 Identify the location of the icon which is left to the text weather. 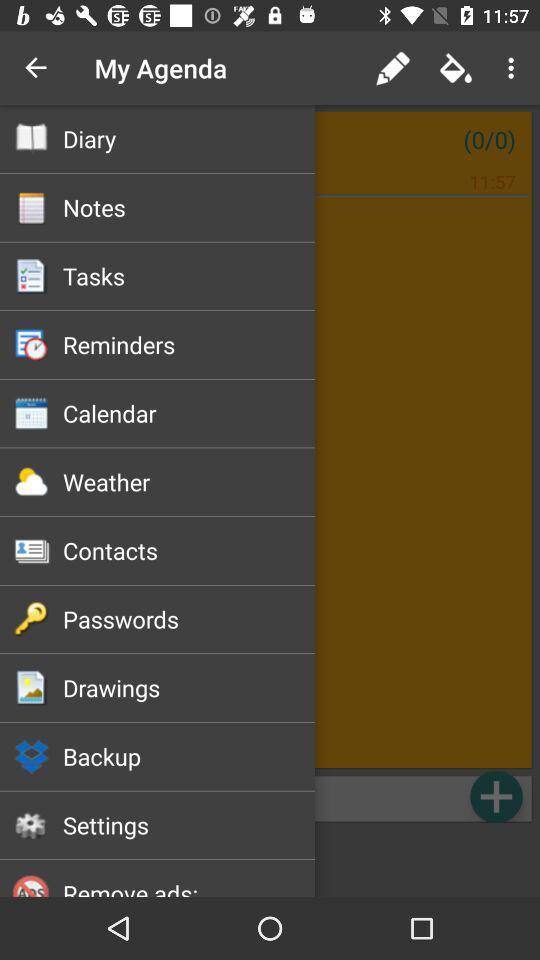
(31, 481).